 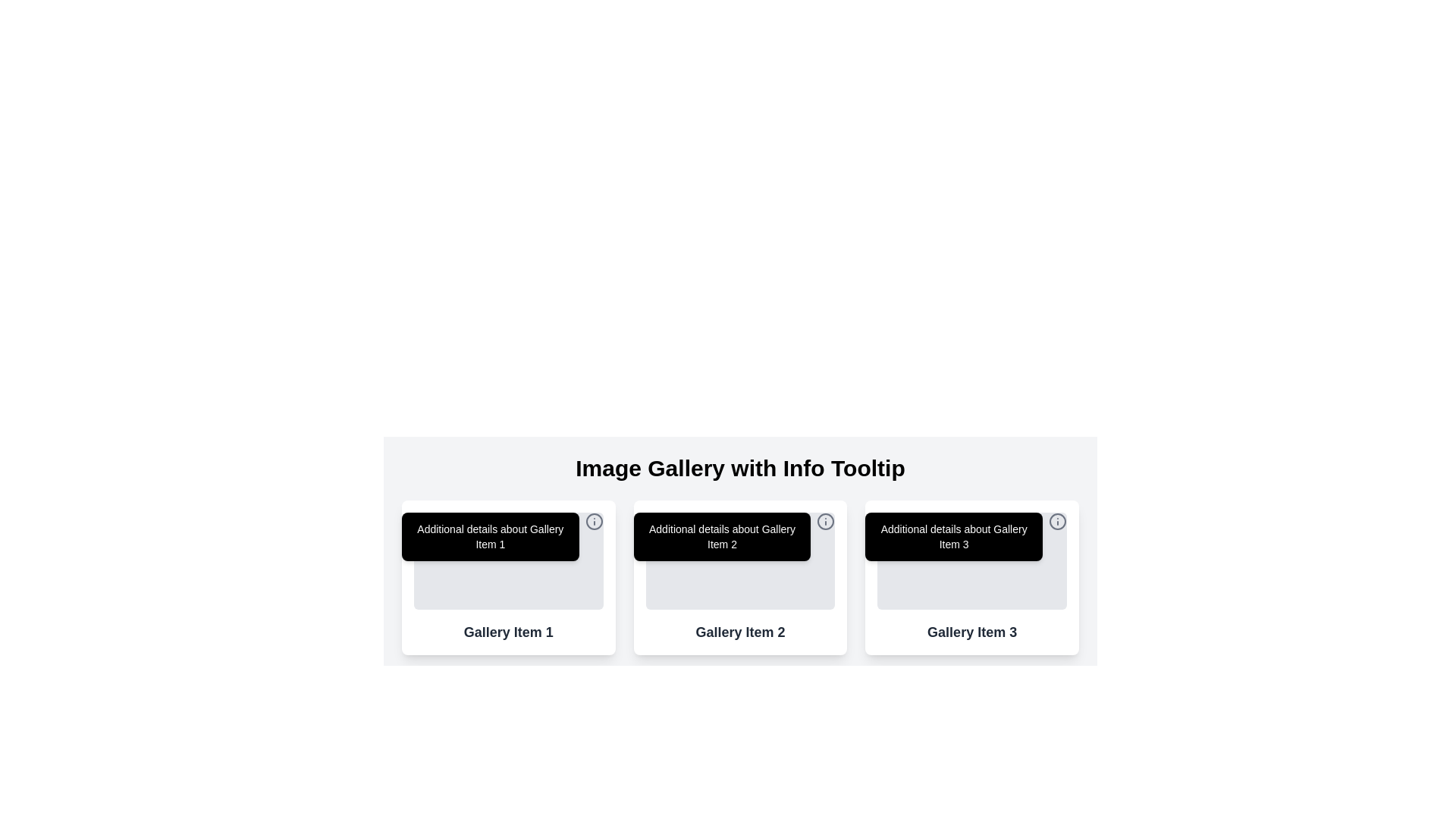 I want to click on the 'Gallery Item 3' text label that is styled in bold dark gray and located beneath a placeholder image on the rightmost card of the gallery, so click(x=972, y=632).